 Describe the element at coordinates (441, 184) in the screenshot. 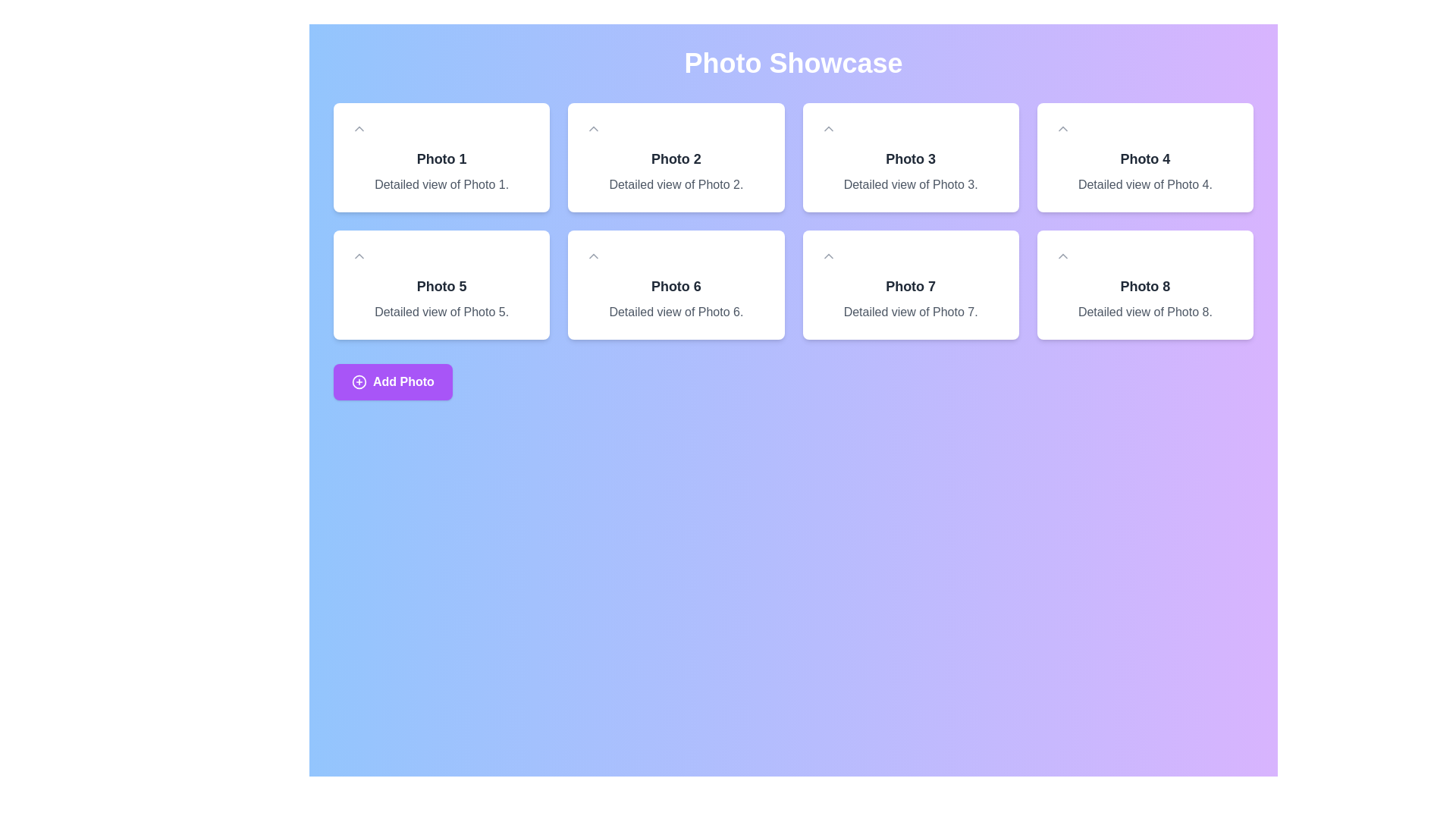

I see `text content of the text label that displays 'Detailed view of Photo 1.' located beneath the title 'Photo 1' in a gray font` at that location.